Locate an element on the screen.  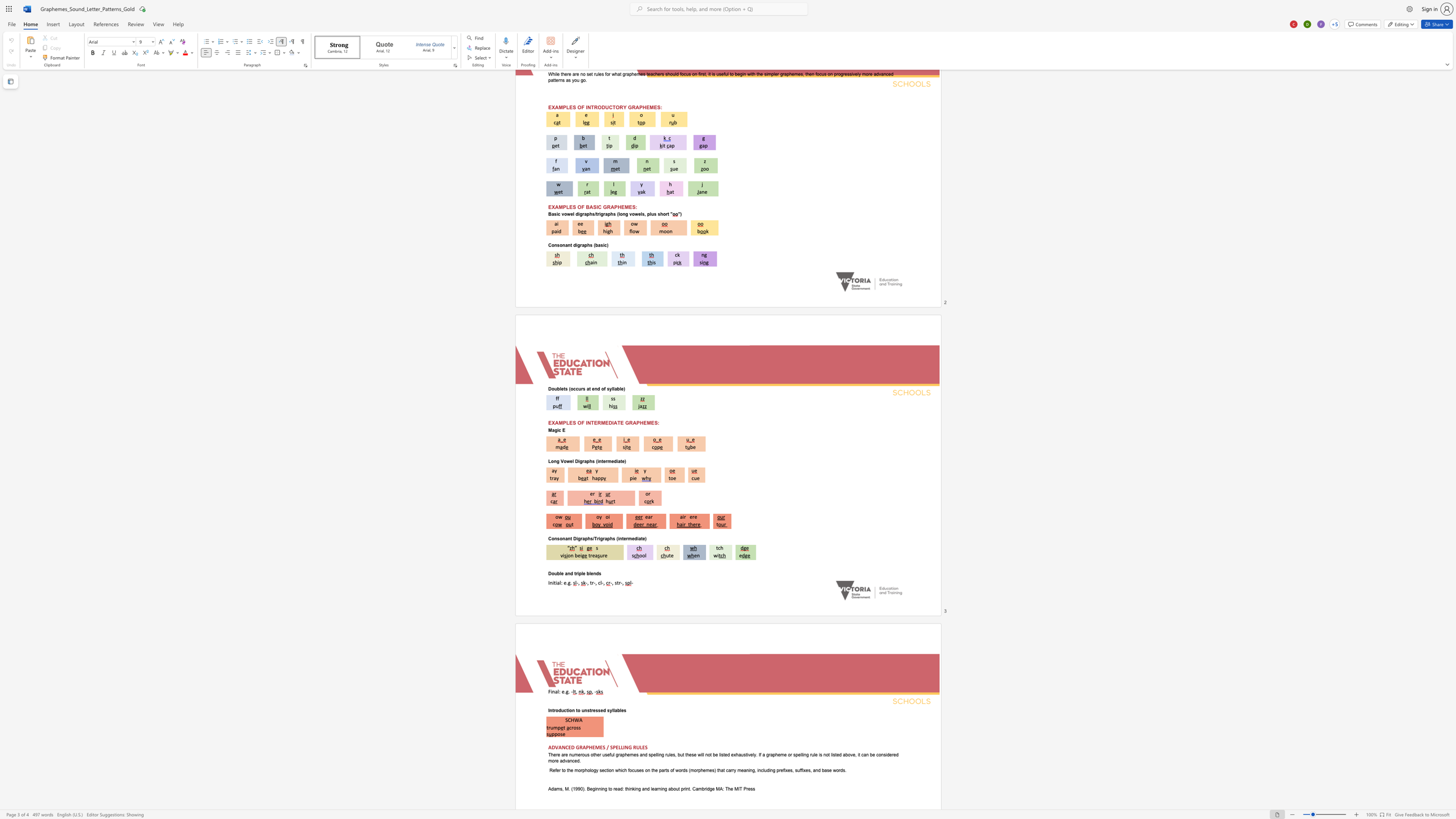
the 2th character "M" in the text is located at coordinates (717, 788).